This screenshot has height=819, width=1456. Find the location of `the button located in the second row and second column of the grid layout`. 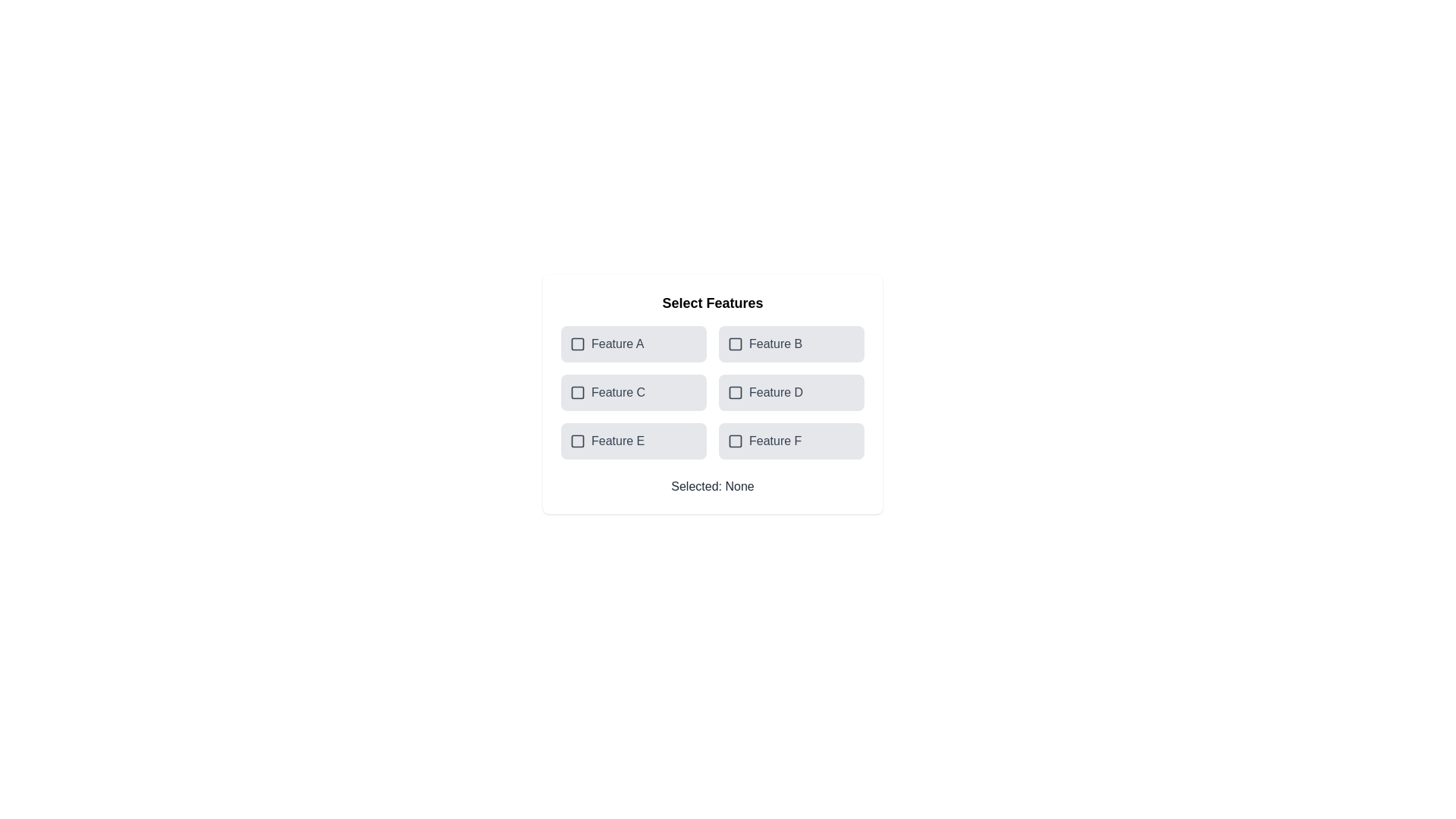

the button located in the second row and second column of the grid layout is located at coordinates (790, 391).